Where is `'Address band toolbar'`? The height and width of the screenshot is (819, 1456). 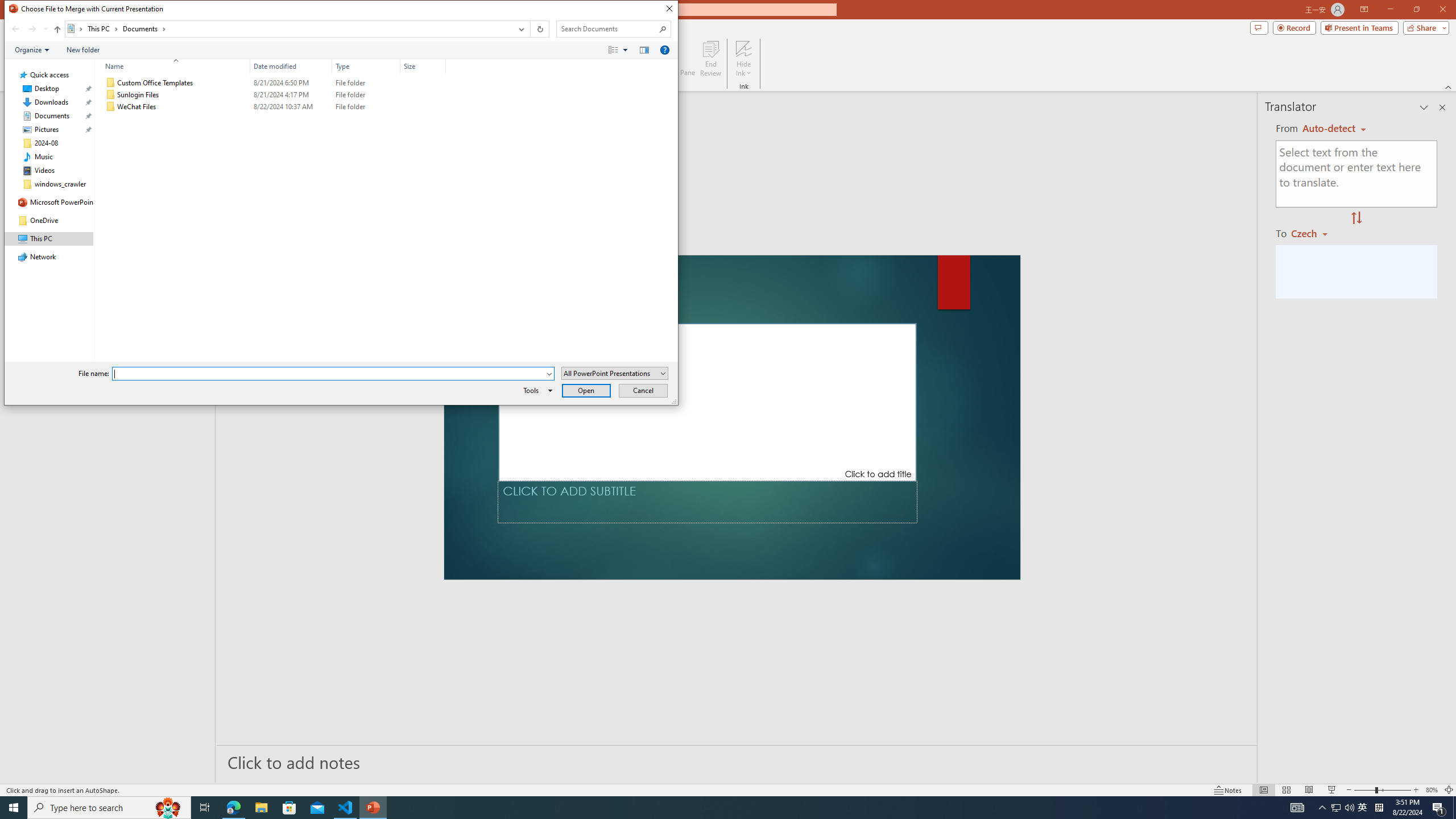 'Address band toolbar' is located at coordinates (529, 28).